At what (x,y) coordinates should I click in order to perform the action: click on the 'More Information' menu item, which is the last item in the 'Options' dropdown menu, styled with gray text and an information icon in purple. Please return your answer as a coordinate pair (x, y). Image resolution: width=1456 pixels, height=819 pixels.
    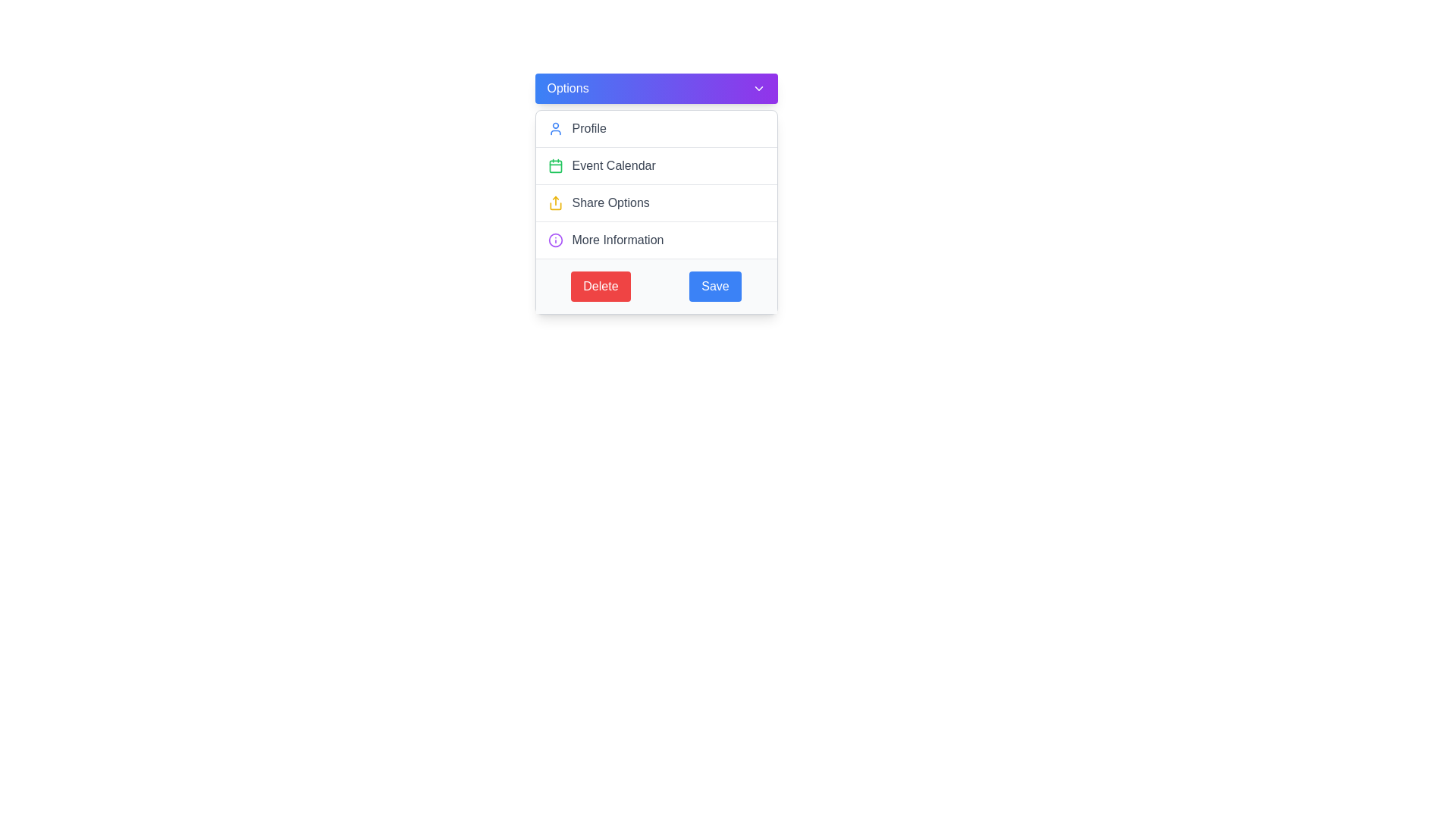
    Looking at the image, I should click on (656, 239).